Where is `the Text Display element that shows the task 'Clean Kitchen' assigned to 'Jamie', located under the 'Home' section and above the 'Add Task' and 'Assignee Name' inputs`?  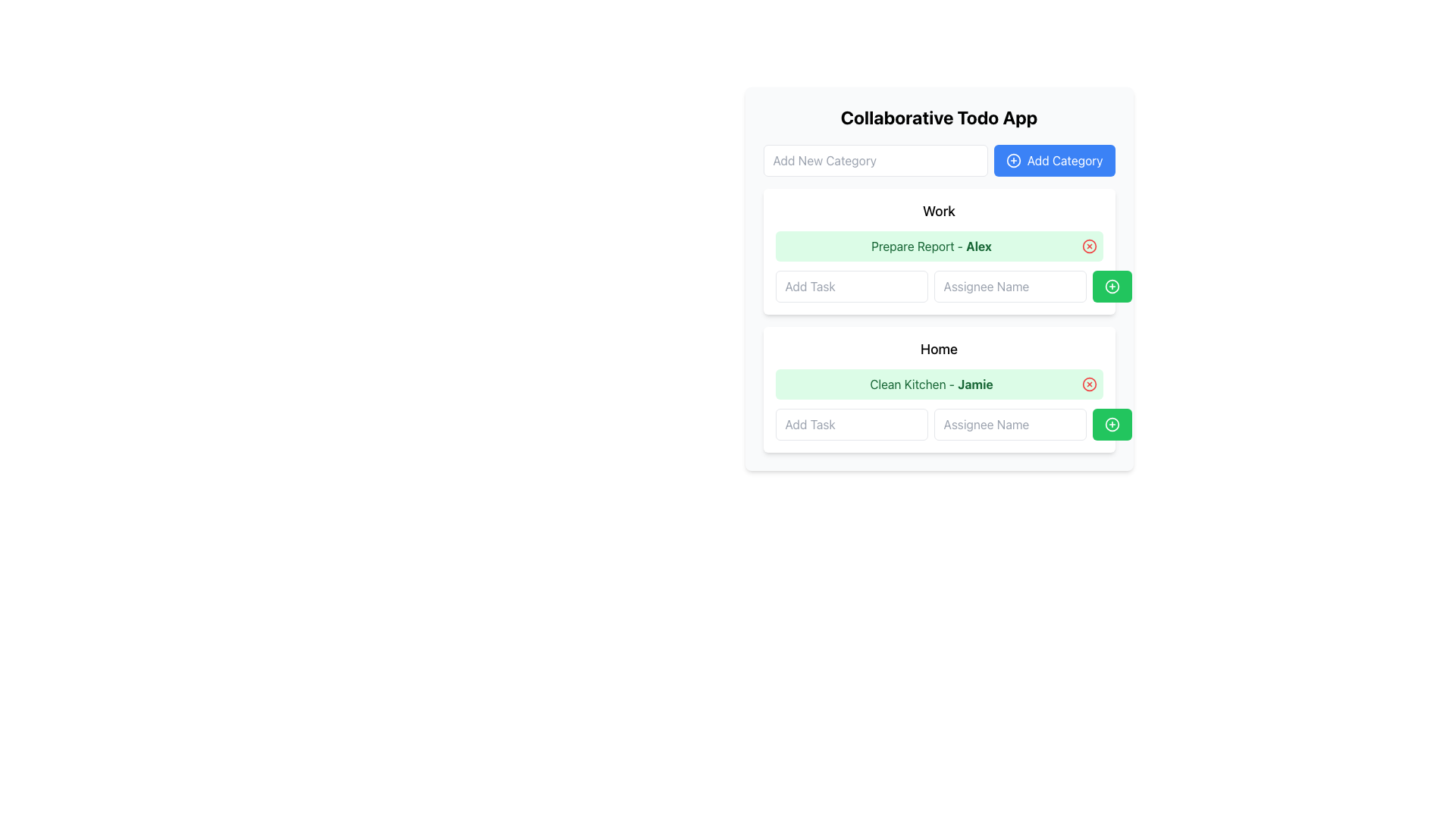
the Text Display element that shows the task 'Clean Kitchen' assigned to 'Jamie', located under the 'Home' section and above the 'Add Task' and 'Assignee Name' inputs is located at coordinates (930, 383).